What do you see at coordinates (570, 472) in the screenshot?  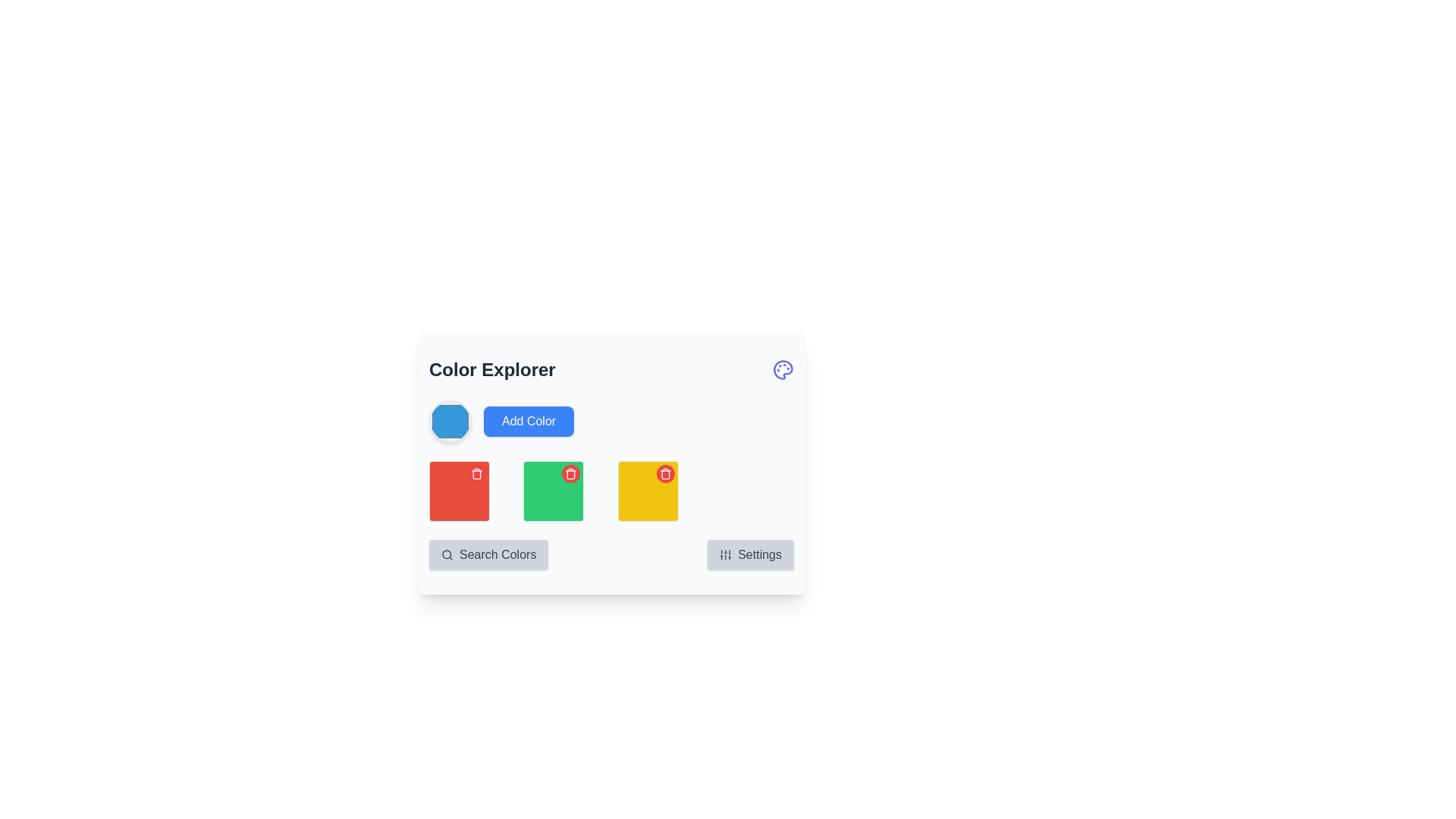 I see `the small, rounded red button with a white trash can icon in the top-right corner of the green square` at bounding box center [570, 472].